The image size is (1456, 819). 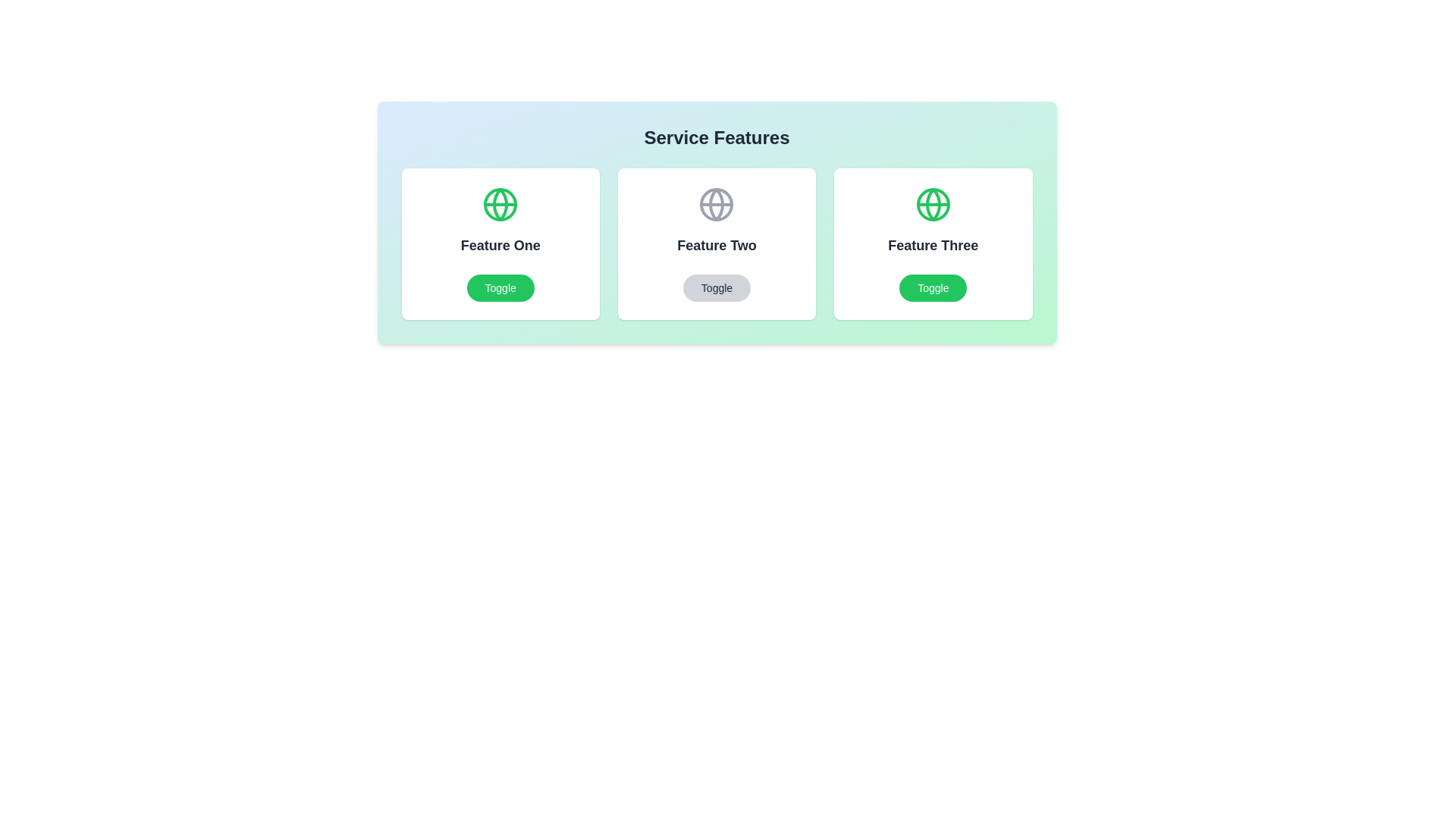 I want to click on the 'Toggle' button for Feature Two, so click(x=716, y=288).